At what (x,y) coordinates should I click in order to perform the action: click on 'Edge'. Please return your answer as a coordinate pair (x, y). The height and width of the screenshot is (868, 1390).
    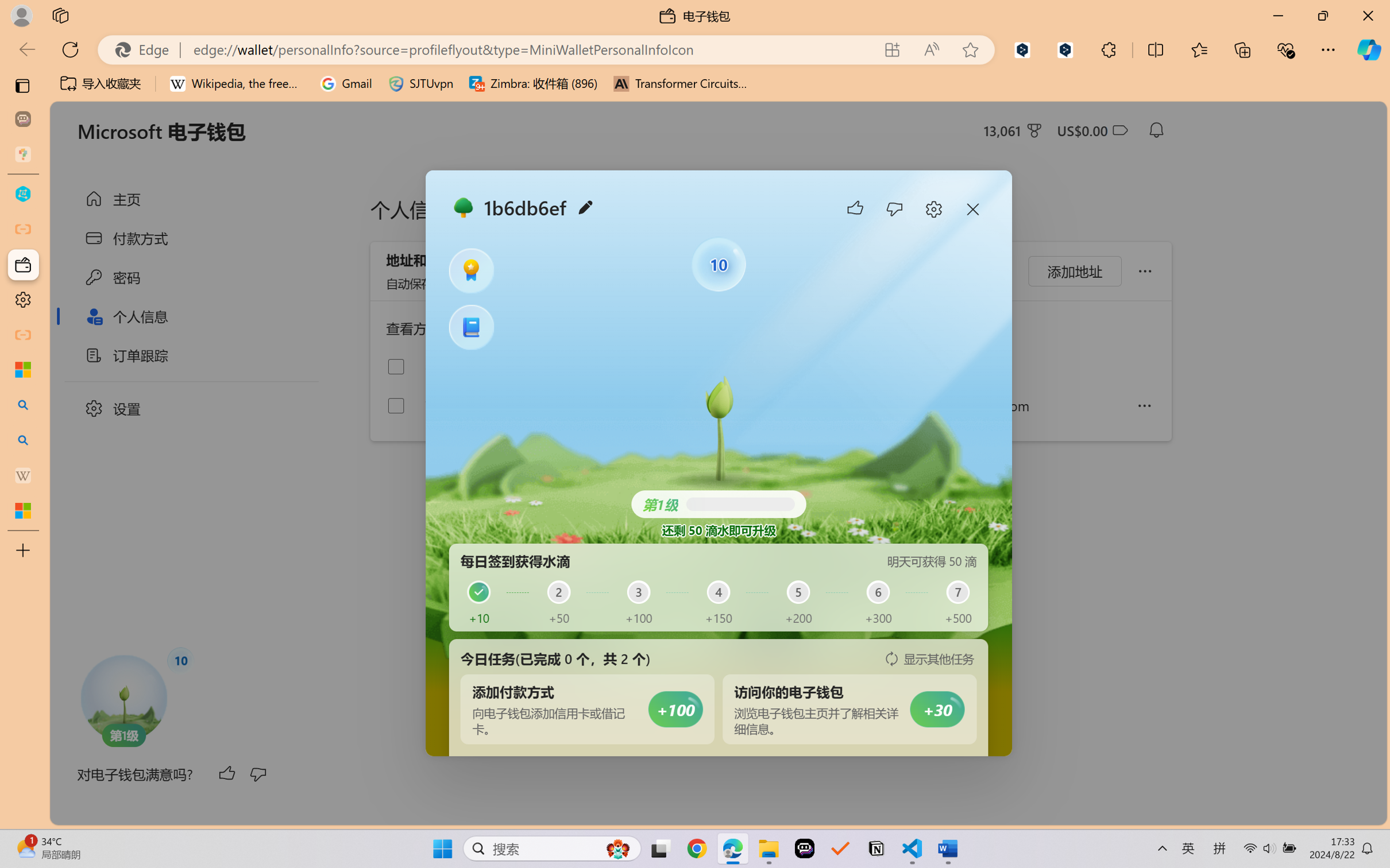
    Looking at the image, I should click on (146, 49).